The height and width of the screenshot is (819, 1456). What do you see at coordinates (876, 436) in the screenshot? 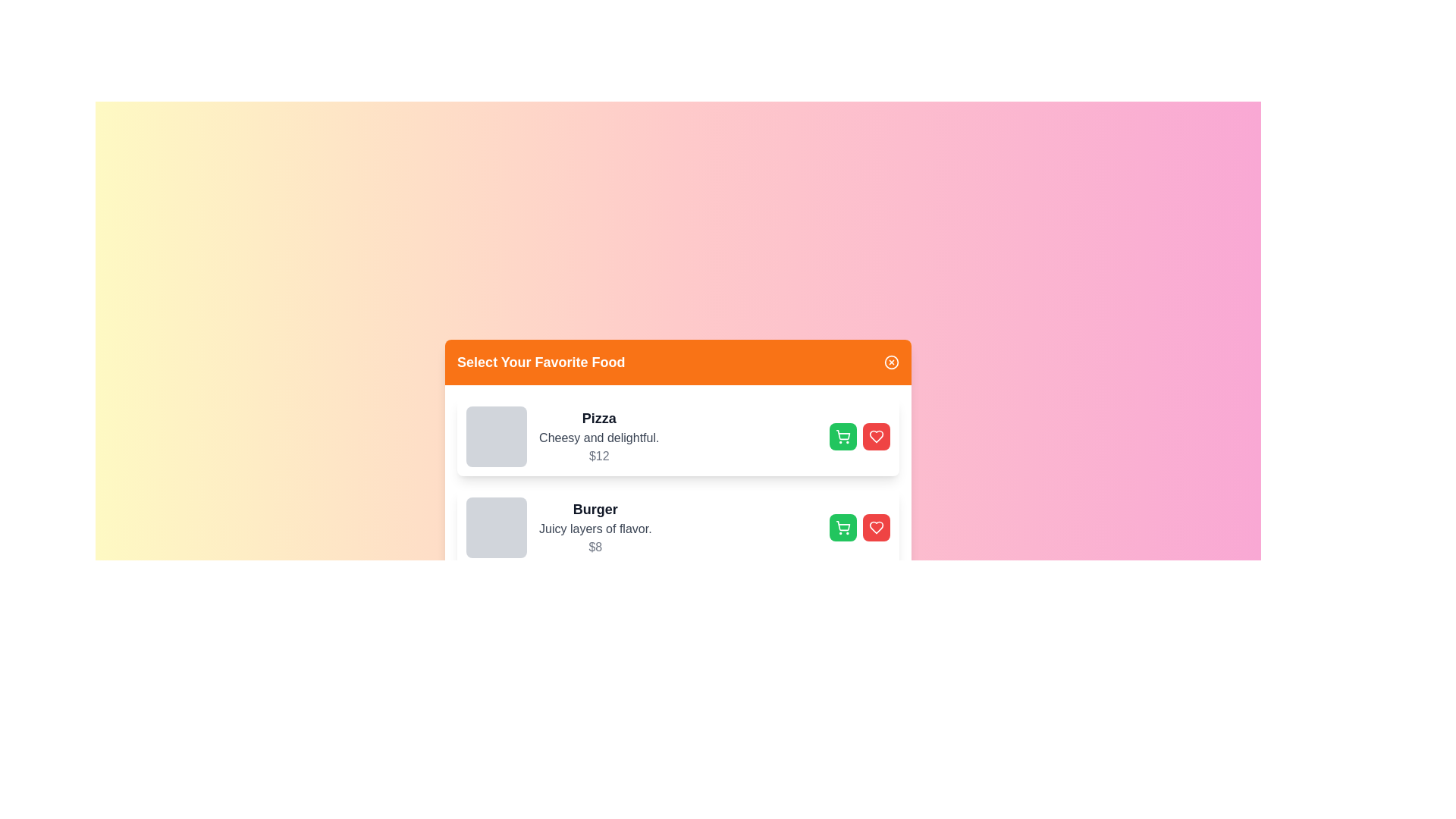
I see `favorite button for the food item identified by its name Pizza` at bounding box center [876, 436].